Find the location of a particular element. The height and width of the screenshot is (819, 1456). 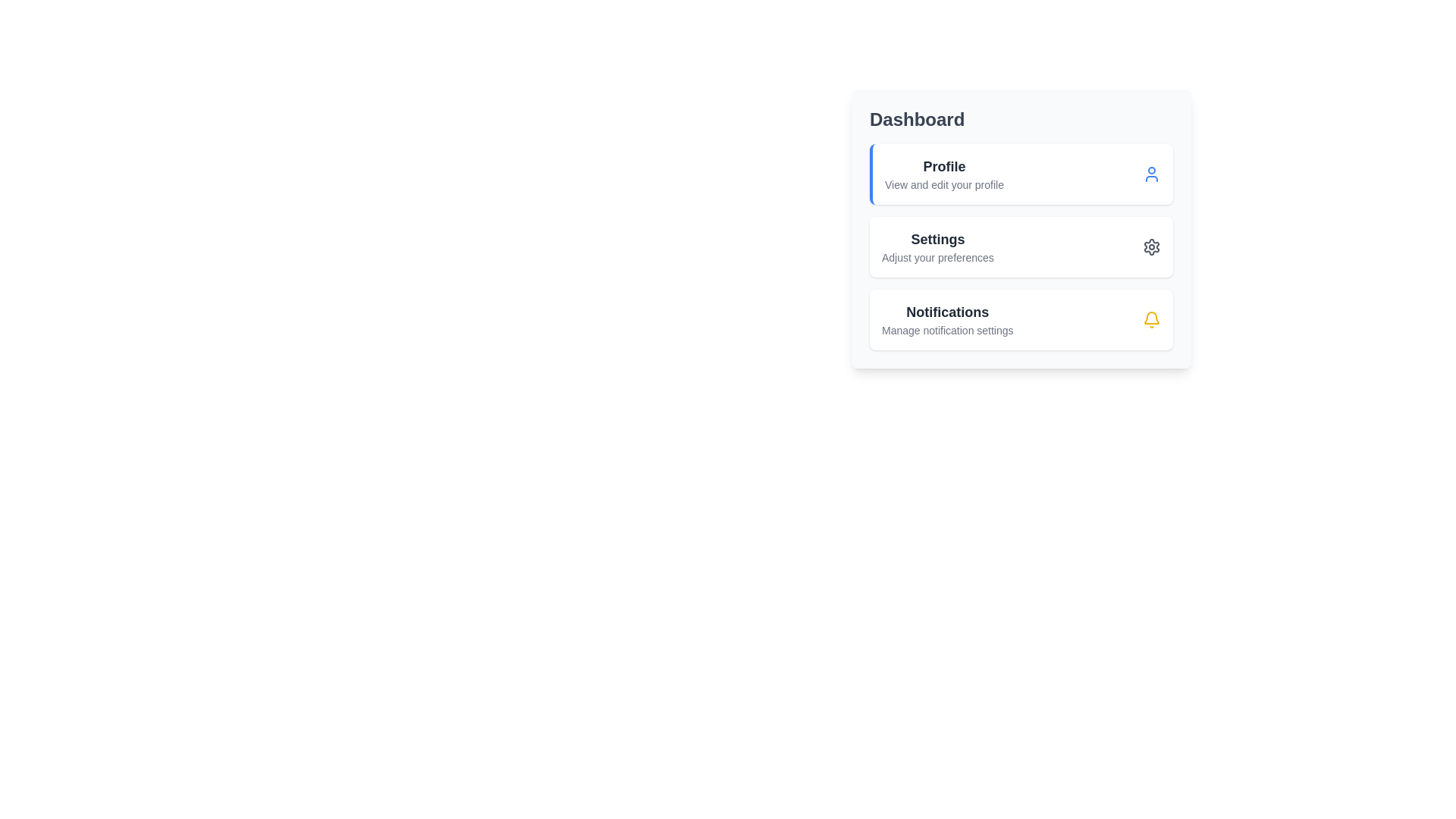

the 'Notifications' text label, which is styled in a large, bold font and dark gray color, located beneath the 'Dashboard' header in the third slot of a vertical list is located at coordinates (946, 312).